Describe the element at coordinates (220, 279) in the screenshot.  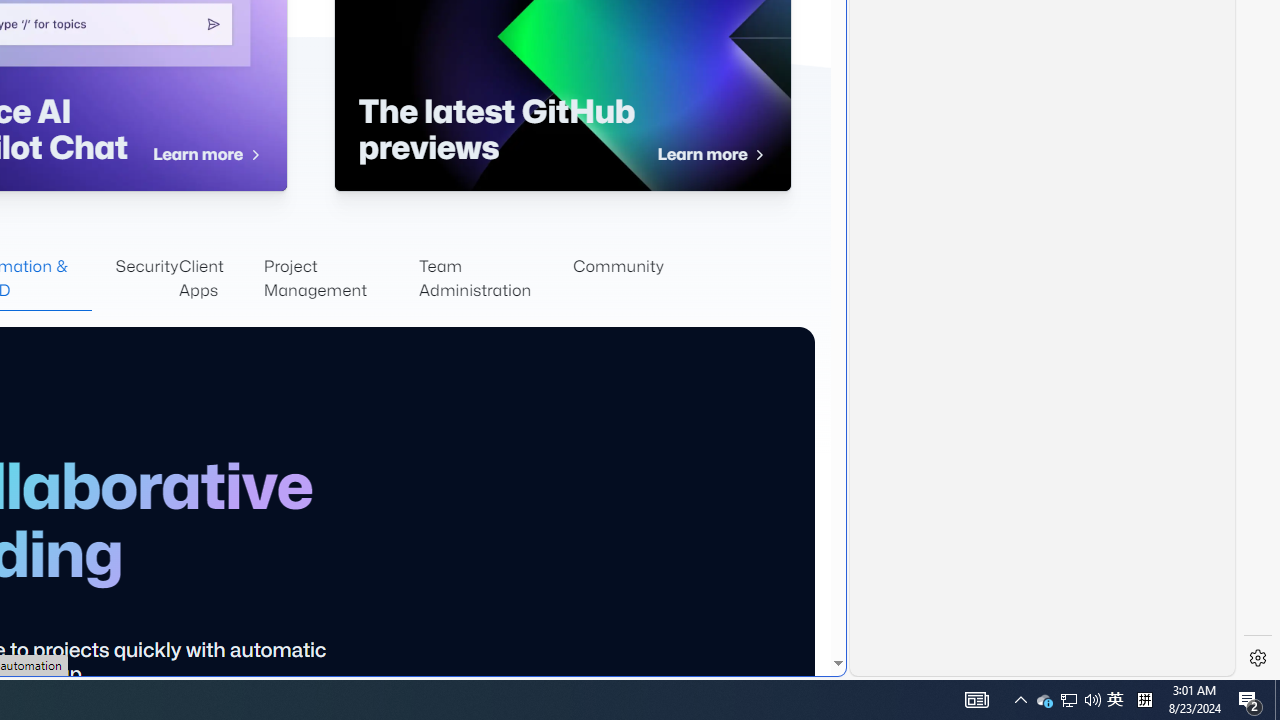
I see `'Client Apps'` at that location.